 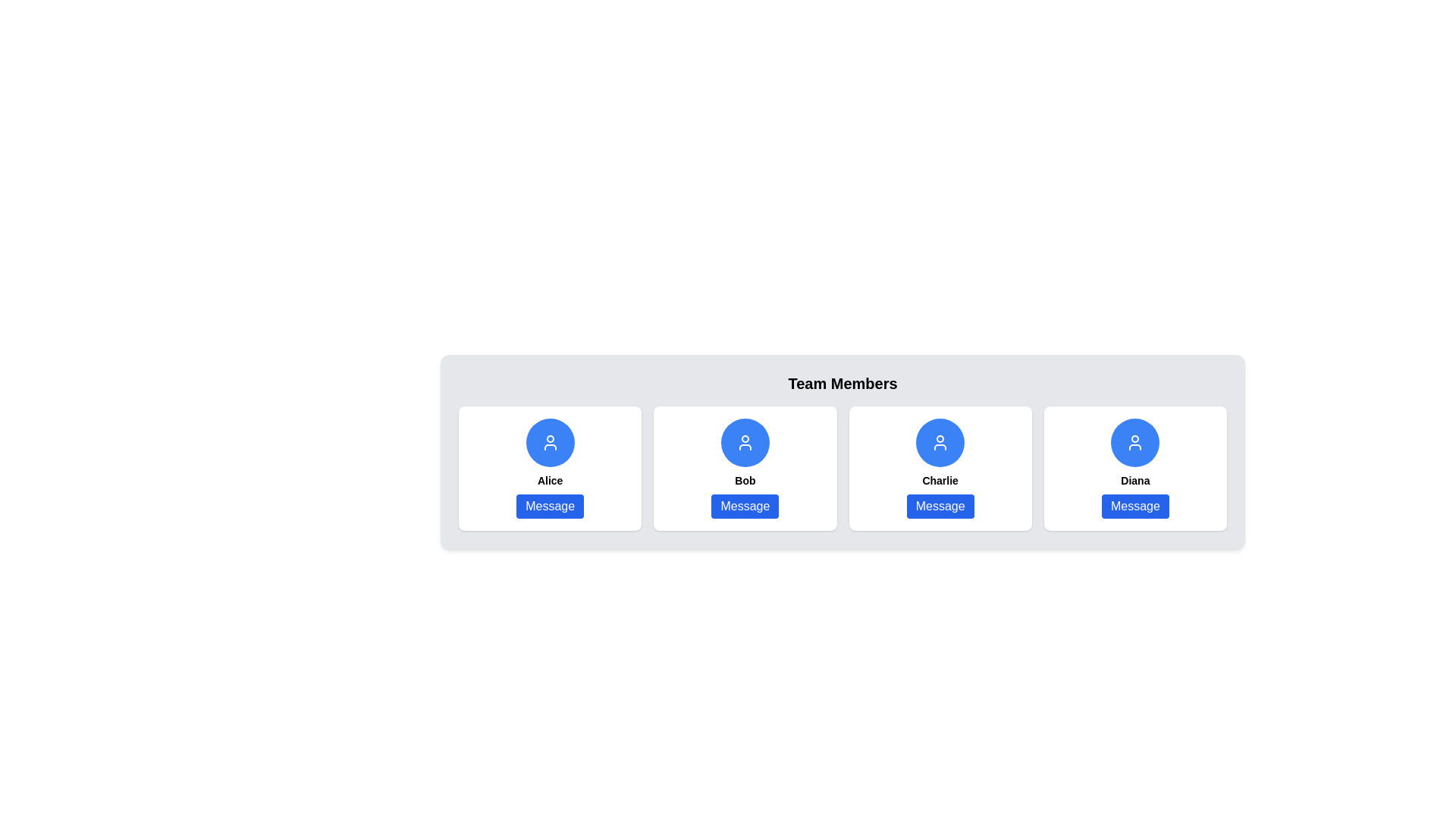 I want to click on the static text label displaying 'Charlie', which is bold and black, located above the 'Message' button and below a circular avatar in the third card of a horizontally aligned list, so click(x=940, y=480).